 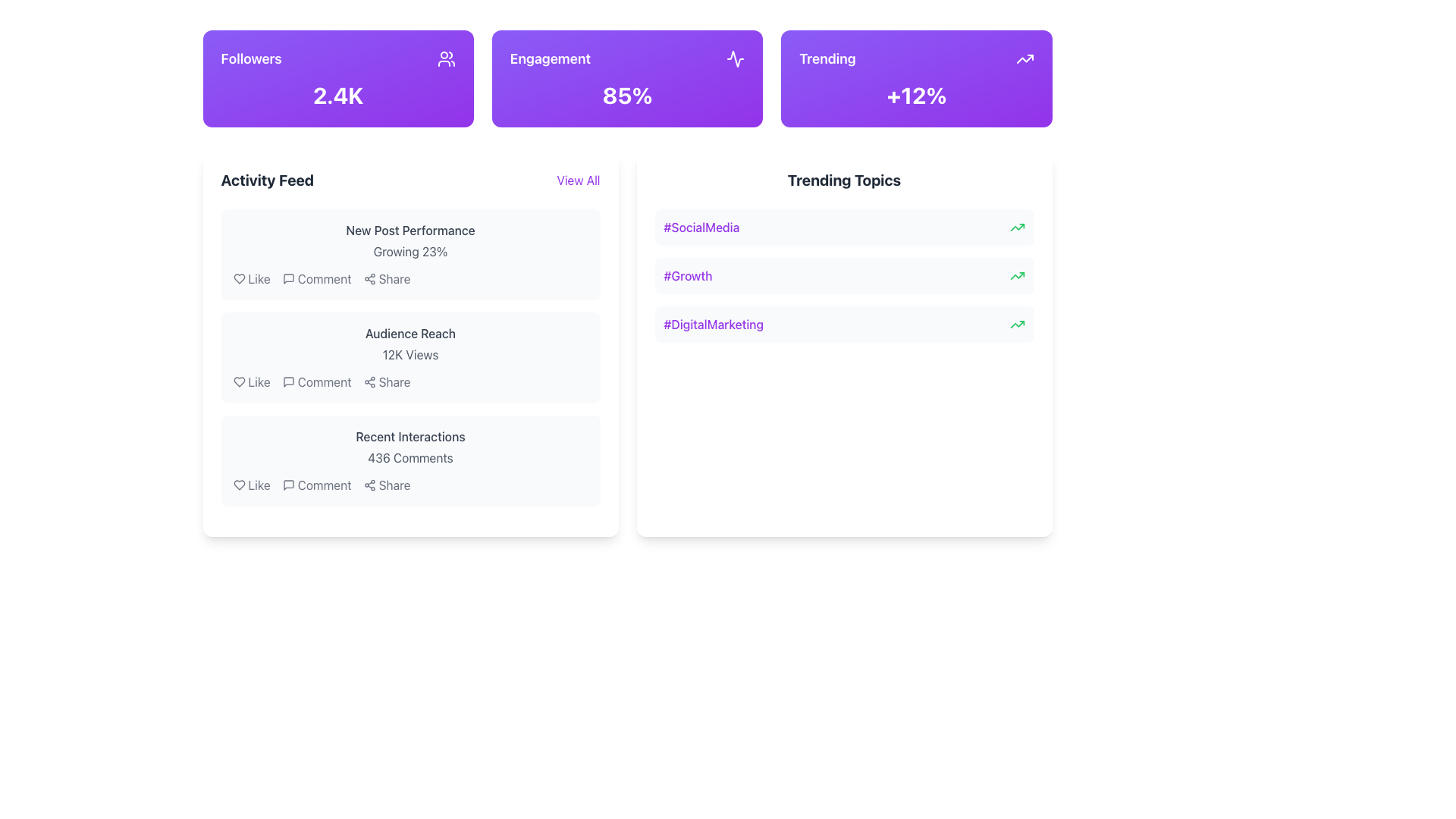 I want to click on the appearance of the waveform icon located in the engagement section of the top header, styled in white with a purple background, so click(x=736, y=58).